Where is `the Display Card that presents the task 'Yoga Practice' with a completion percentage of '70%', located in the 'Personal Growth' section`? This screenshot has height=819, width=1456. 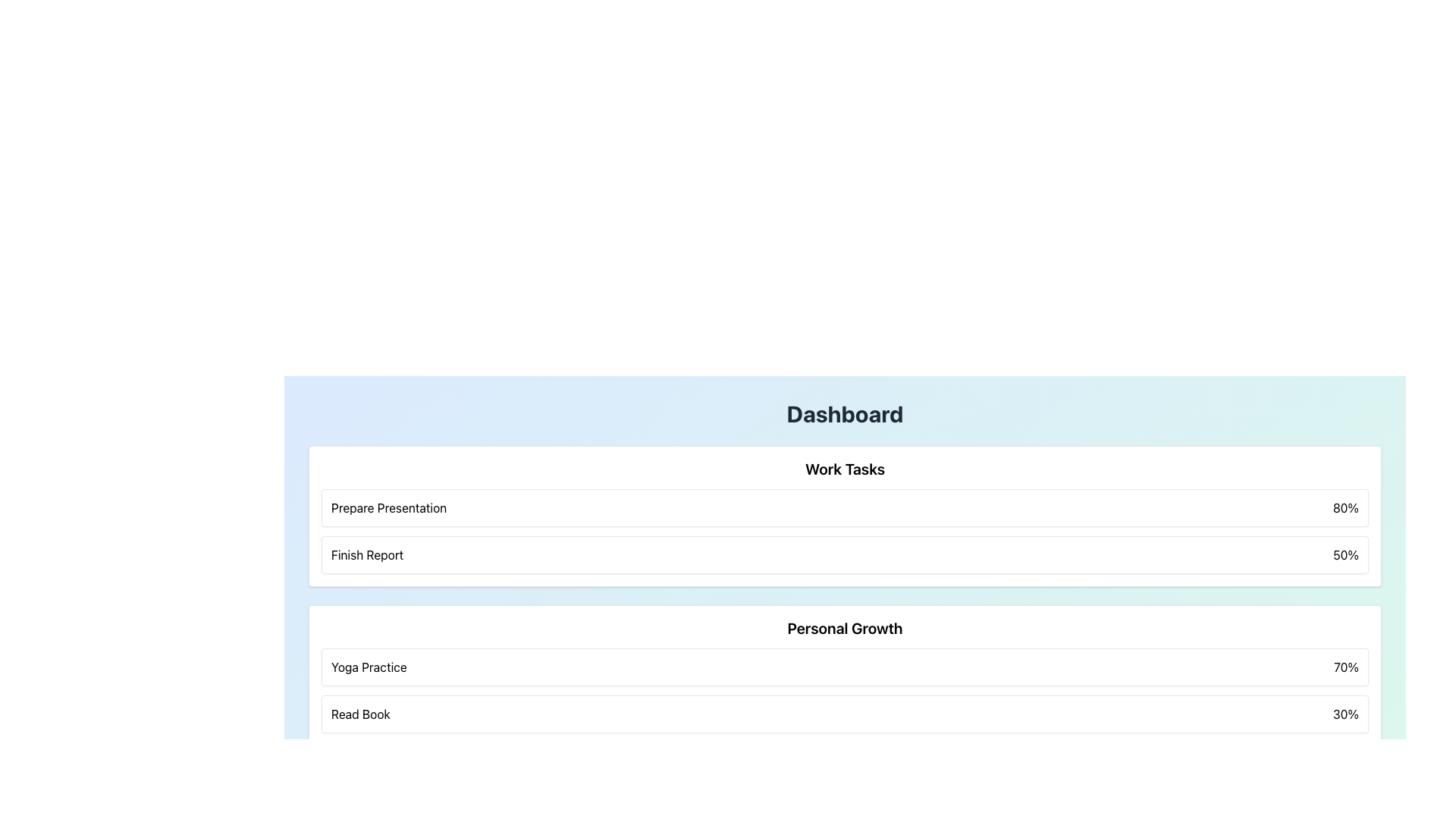
the Display Card that presents the task 'Yoga Practice' with a completion percentage of '70%', located in the 'Personal Growth' section is located at coordinates (844, 666).